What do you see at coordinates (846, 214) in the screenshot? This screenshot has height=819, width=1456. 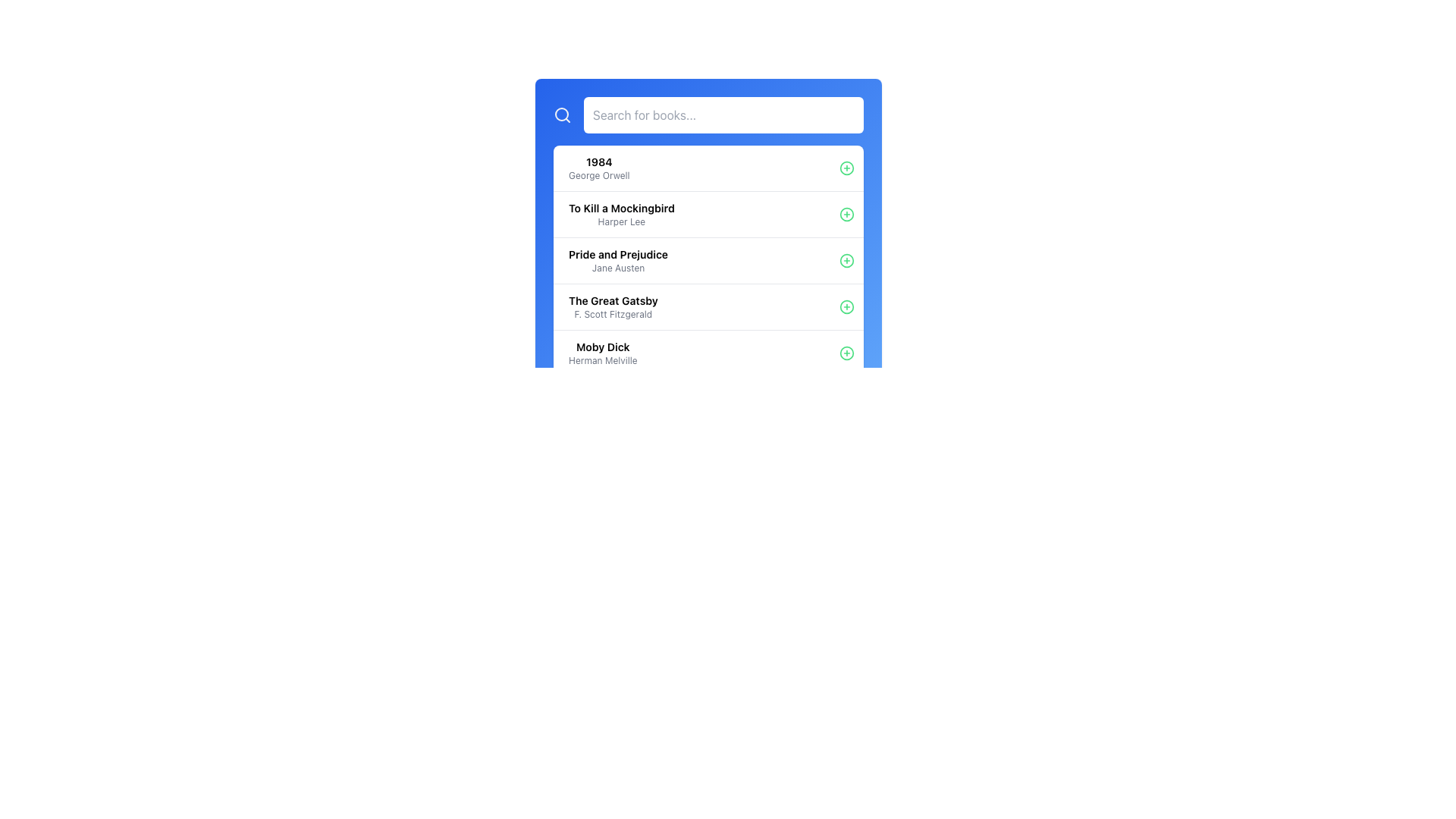 I see `the SVG Circle with a green border located to the right of the book title 'To Kill a Mockingbird'` at bounding box center [846, 214].